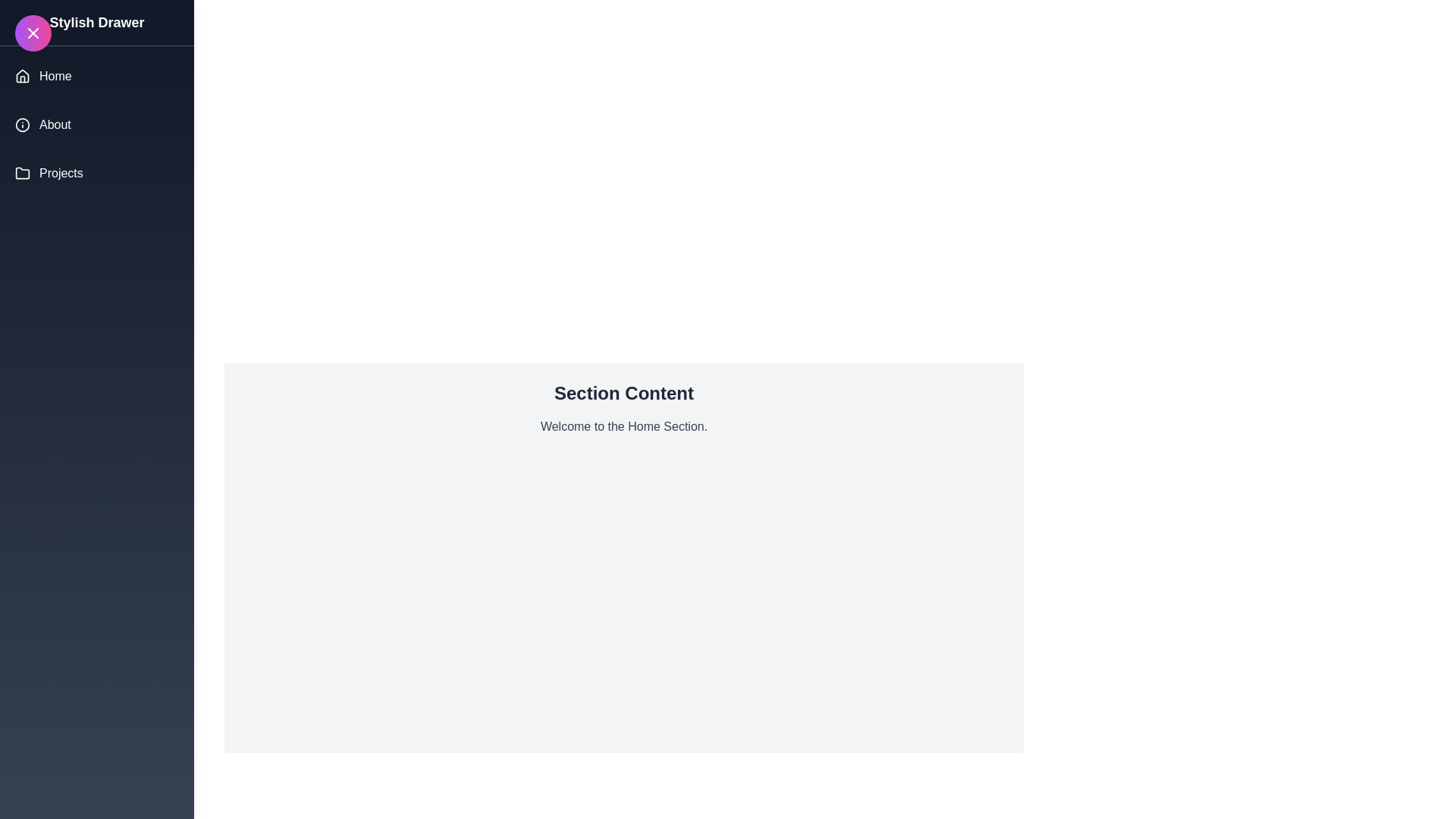 Image resolution: width=1456 pixels, height=819 pixels. What do you see at coordinates (96, 124) in the screenshot?
I see `the drawer menu section About to display its content` at bounding box center [96, 124].